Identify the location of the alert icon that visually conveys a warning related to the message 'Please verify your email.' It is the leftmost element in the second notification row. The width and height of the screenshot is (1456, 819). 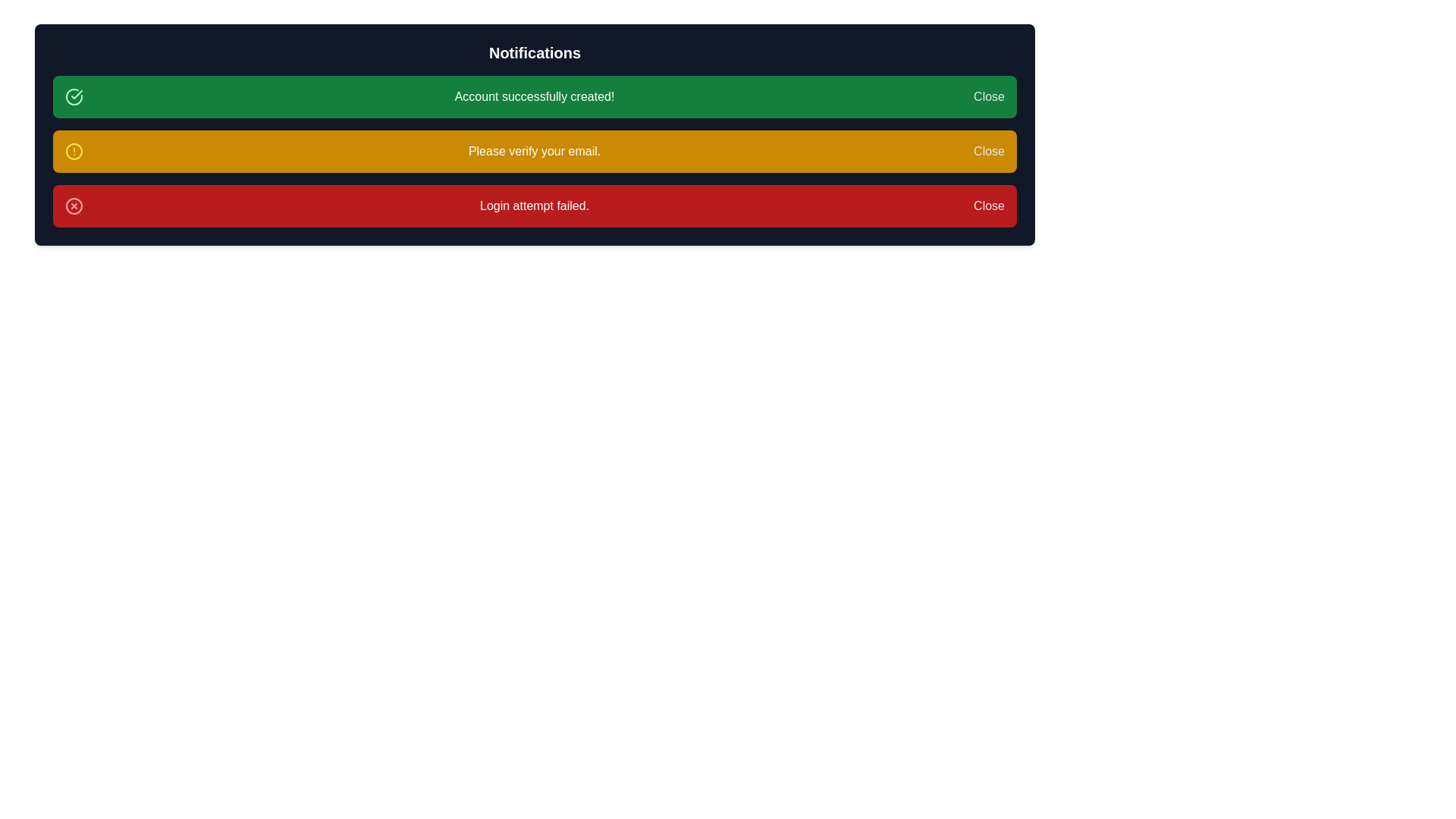
(73, 152).